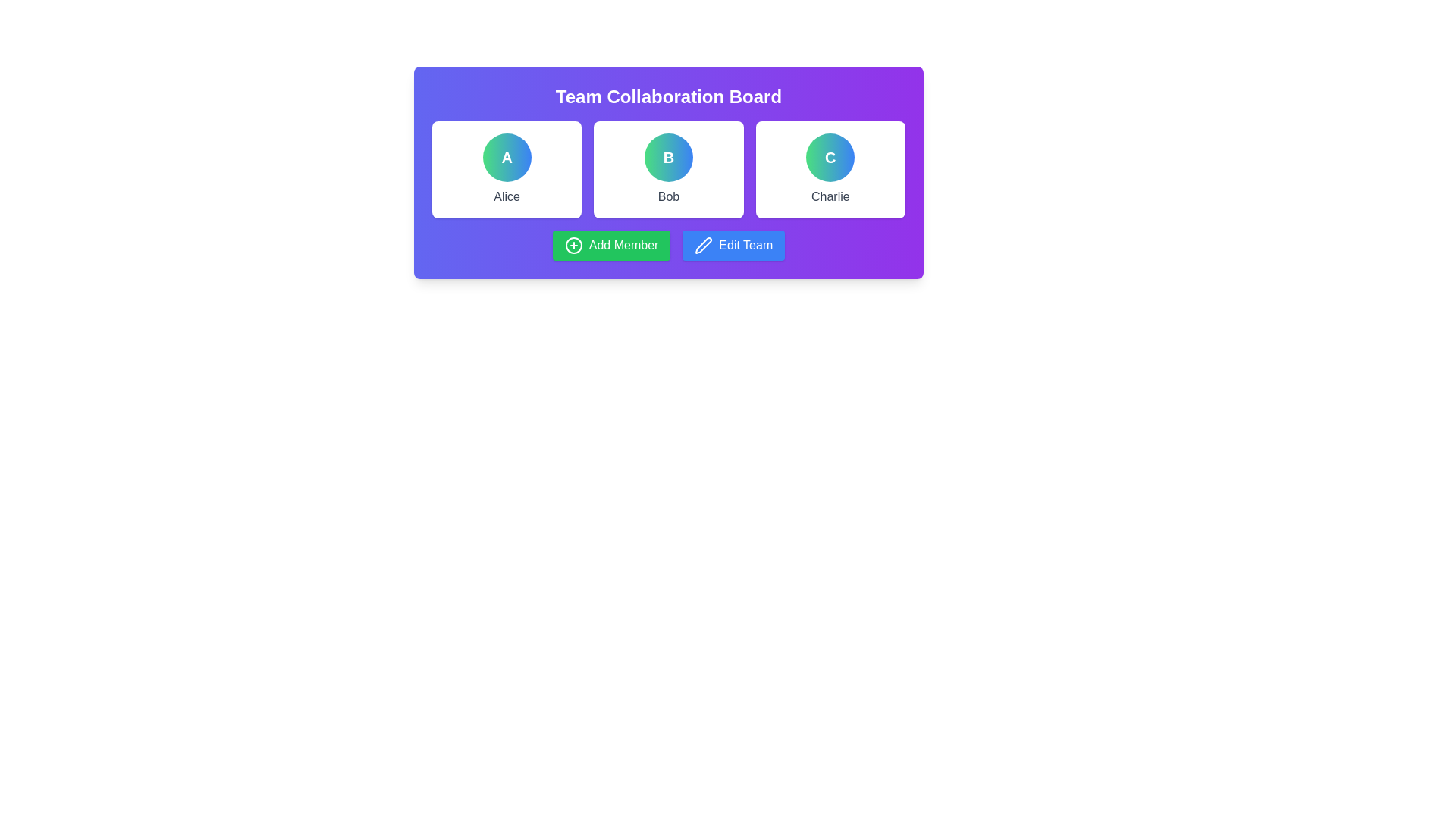 The image size is (1456, 819). What do you see at coordinates (611, 245) in the screenshot?
I see `the green 'Add Member' button with a plus icon to initiate the add member functionality` at bounding box center [611, 245].